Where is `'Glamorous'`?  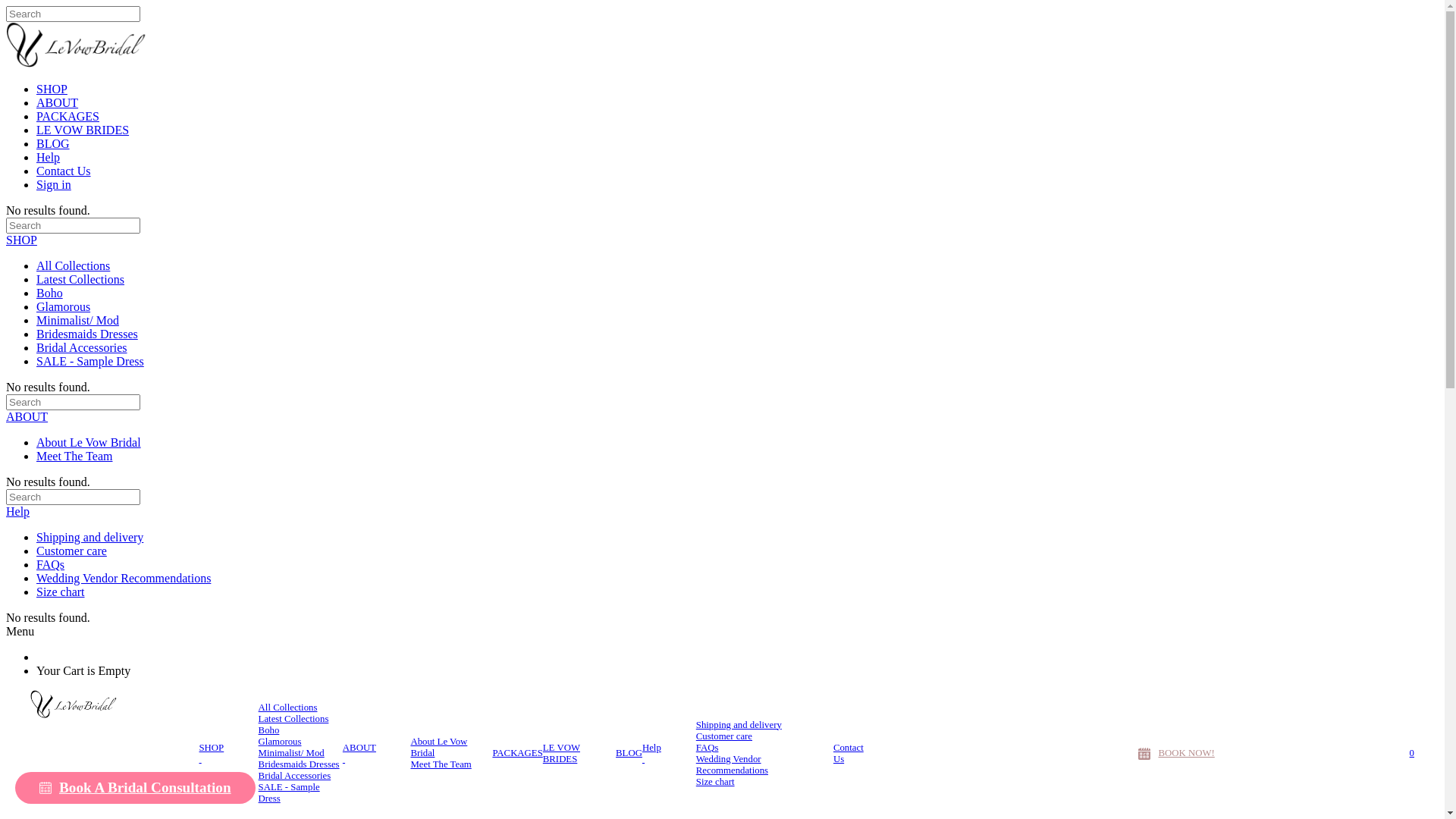
'Glamorous' is located at coordinates (258, 741).